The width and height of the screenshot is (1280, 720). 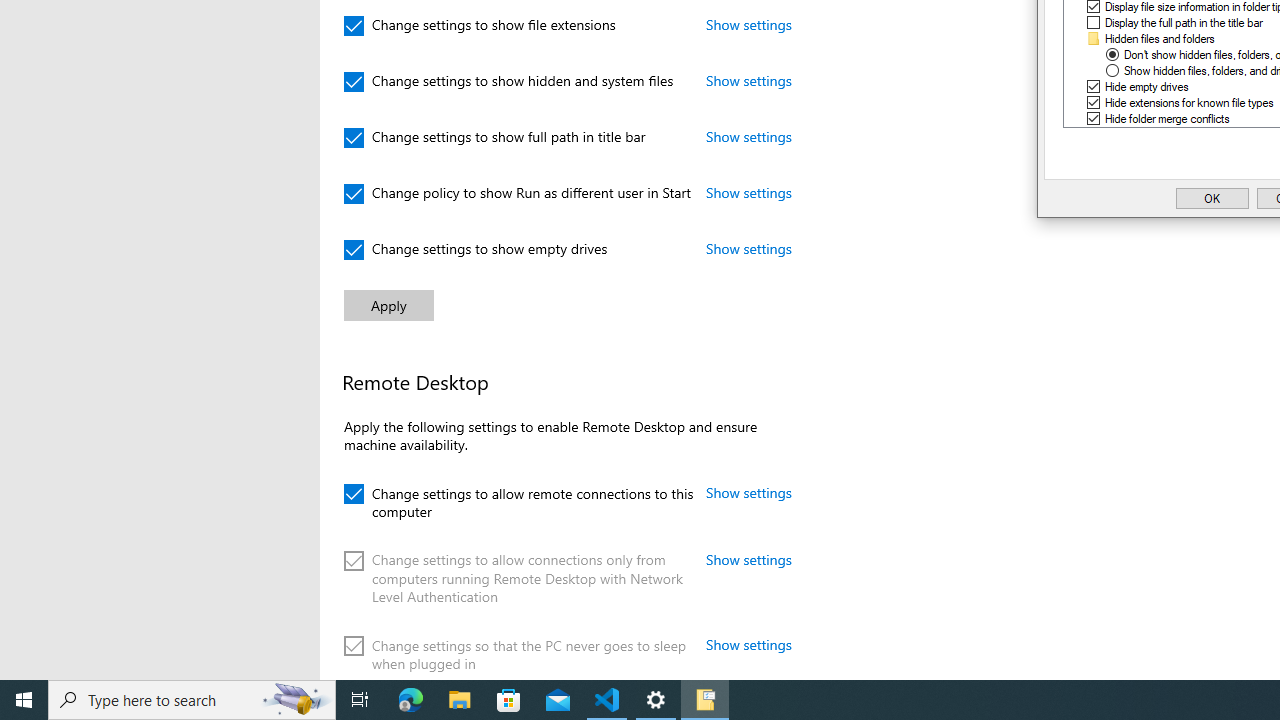 What do you see at coordinates (24, 698) in the screenshot?
I see `'Start'` at bounding box center [24, 698].